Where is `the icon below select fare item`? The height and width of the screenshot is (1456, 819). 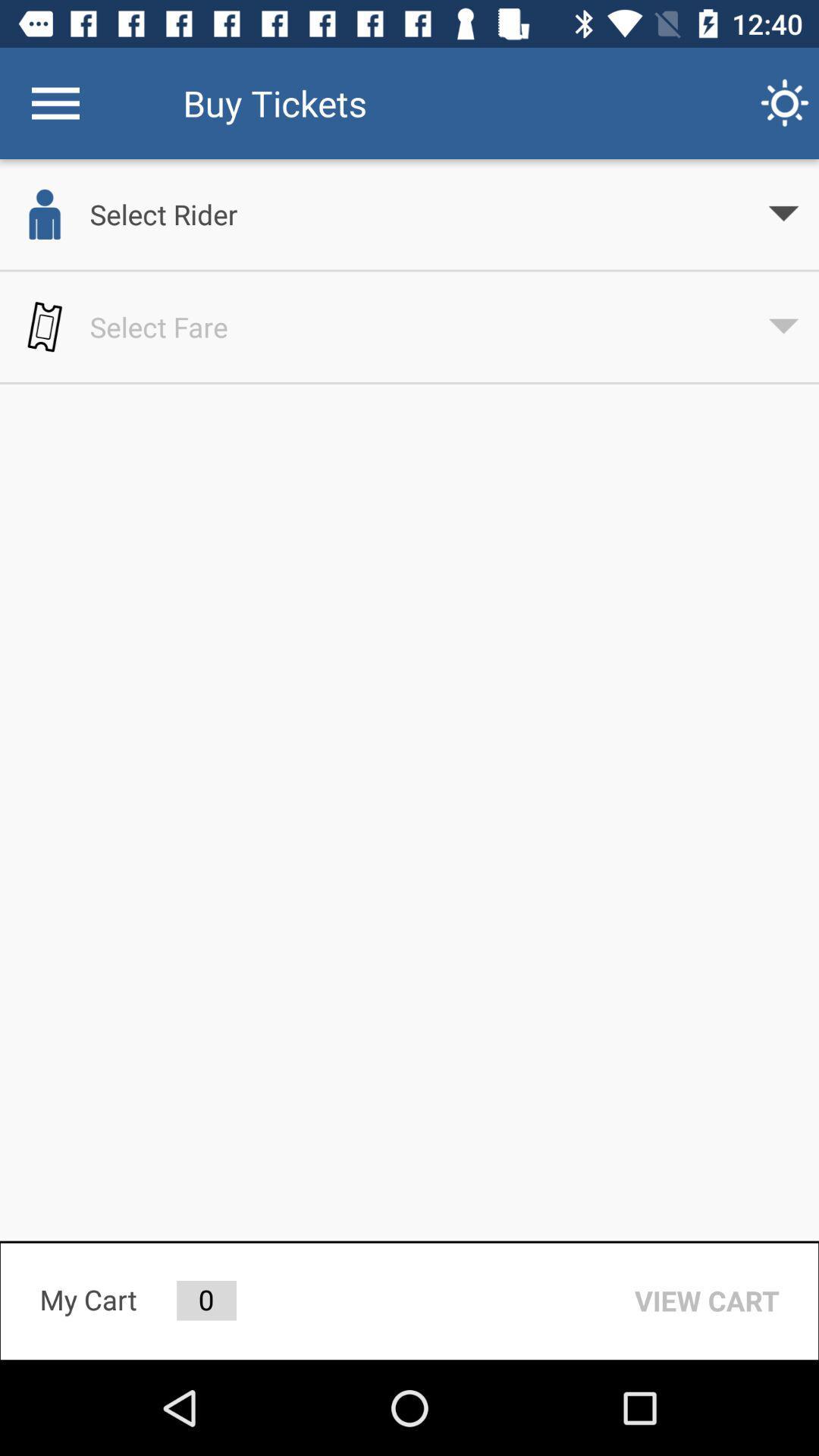 the icon below select fare item is located at coordinates (707, 1300).